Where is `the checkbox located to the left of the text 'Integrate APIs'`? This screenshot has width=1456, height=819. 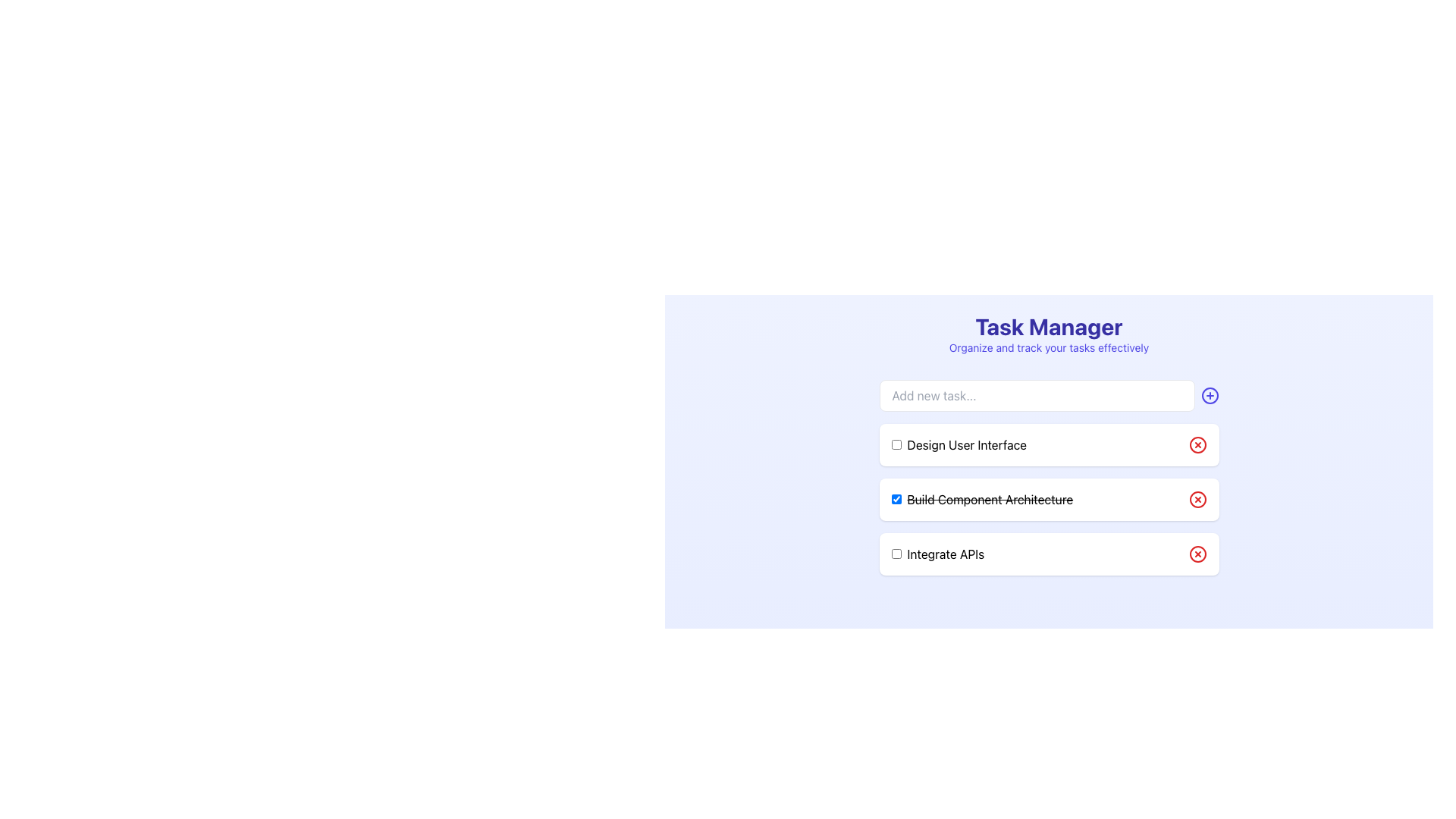
the checkbox located to the left of the text 'Integrate APIs' is located at coordinates (896, 553).